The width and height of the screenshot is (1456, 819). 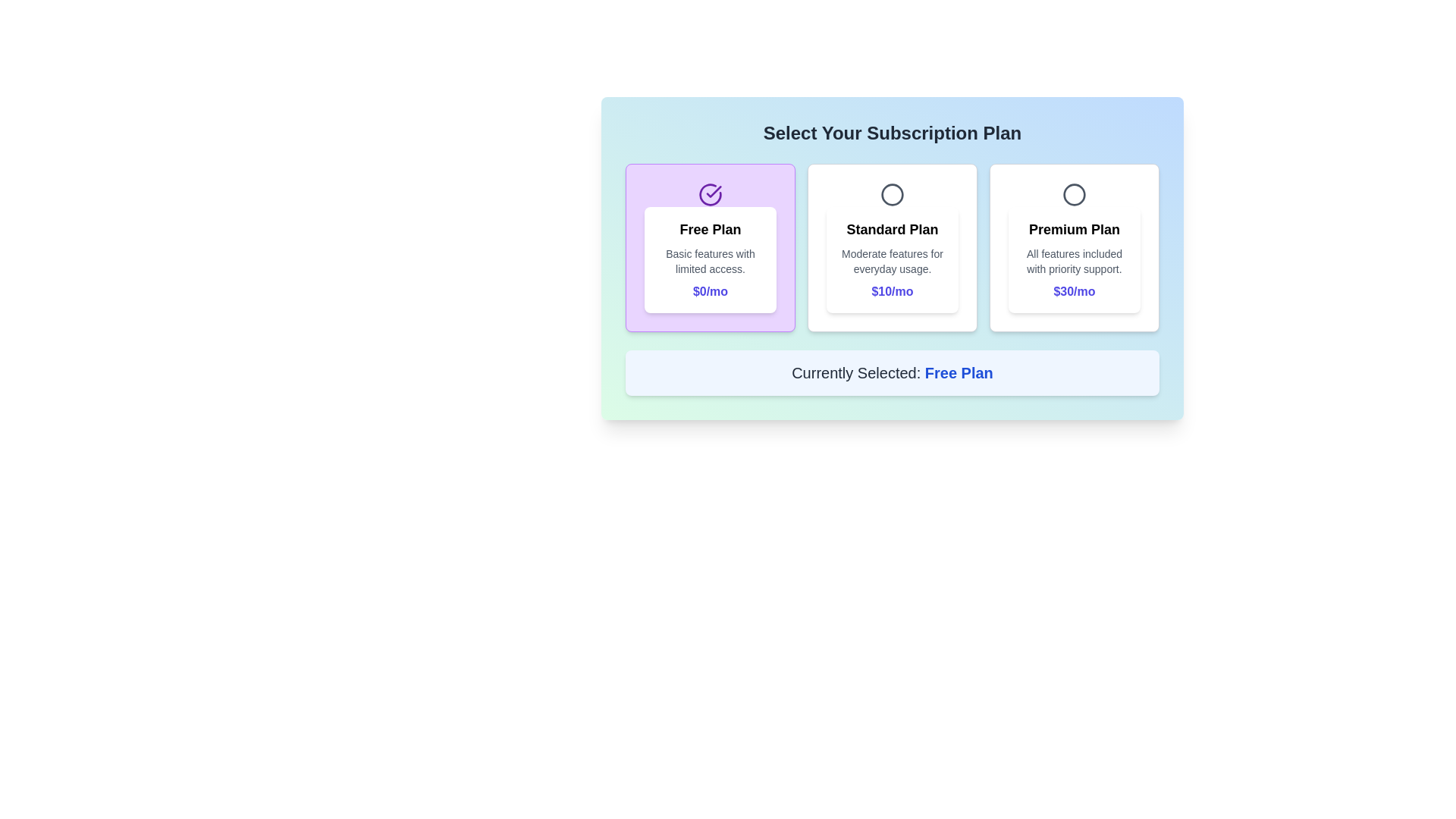 What do you see at coordinates (709, 259) in the screenshot?
I see `text content of the Information Card displaying details about the 'Free Plan' subscription option, which is the leftmost card in the subscription plan card group` at bounding box center [709, 259].